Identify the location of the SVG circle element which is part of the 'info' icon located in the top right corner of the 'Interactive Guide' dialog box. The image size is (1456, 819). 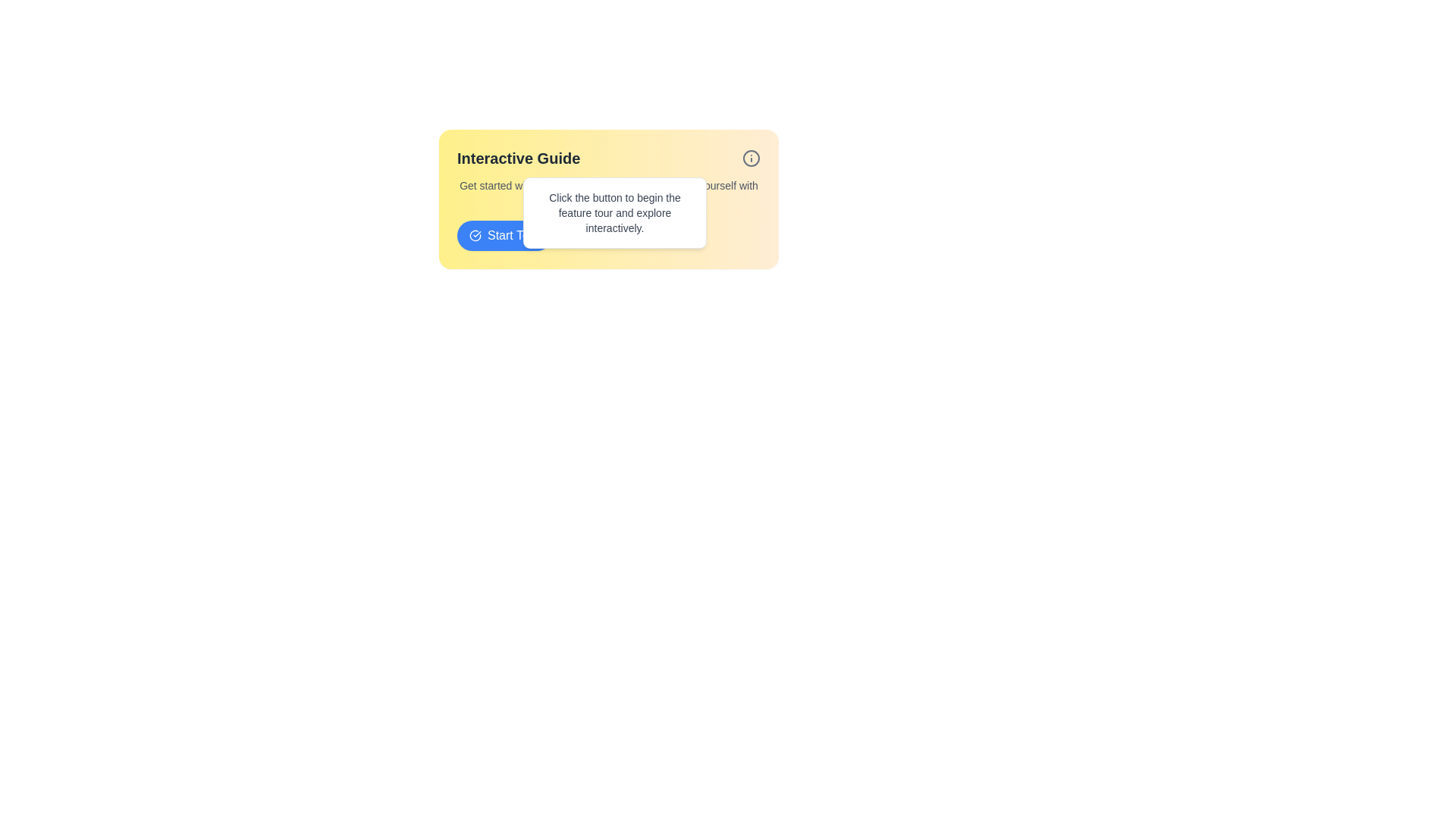
(751, 158).